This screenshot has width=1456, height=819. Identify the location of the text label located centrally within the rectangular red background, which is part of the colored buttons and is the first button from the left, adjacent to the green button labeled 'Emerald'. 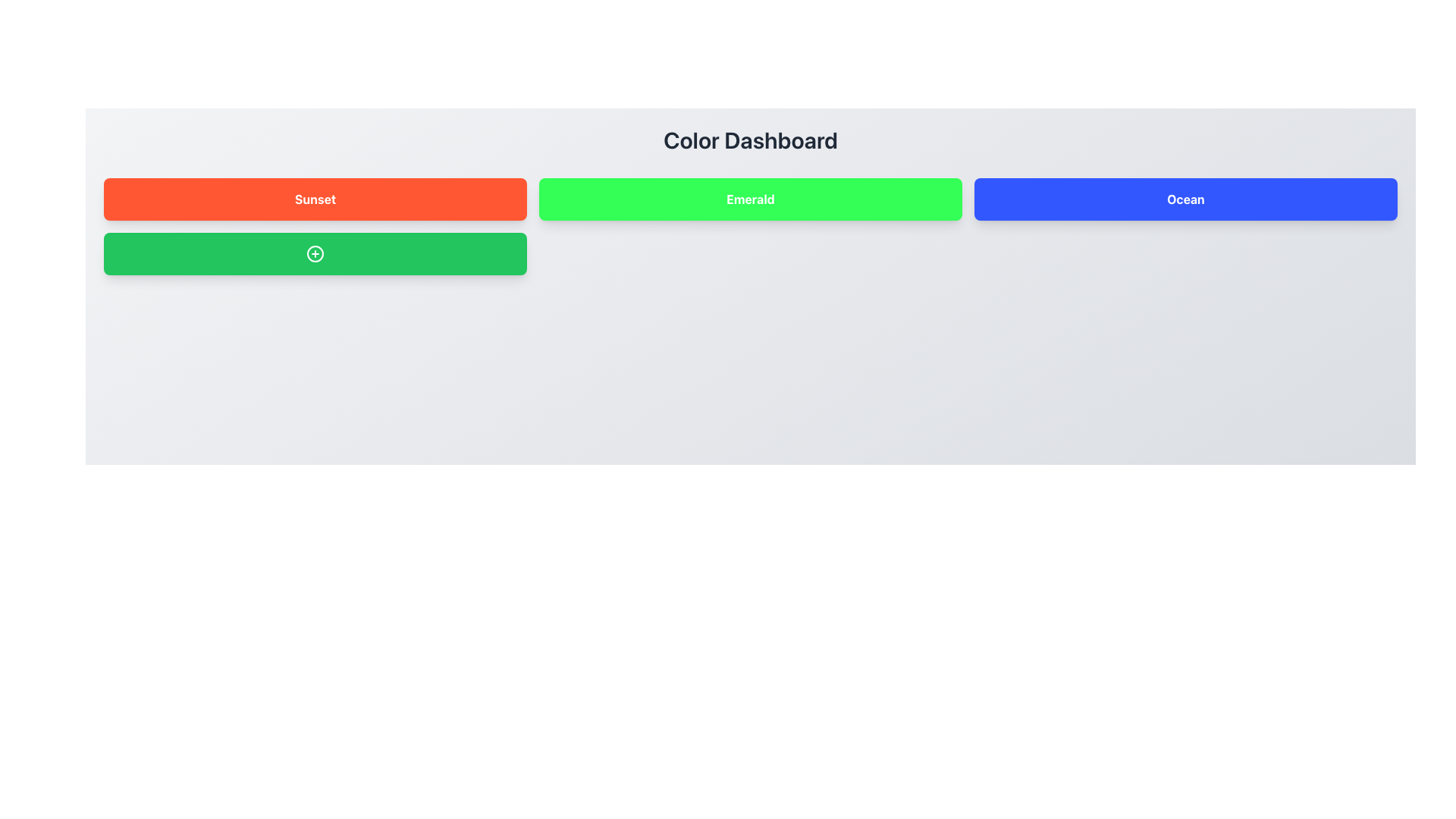
(315, 198).